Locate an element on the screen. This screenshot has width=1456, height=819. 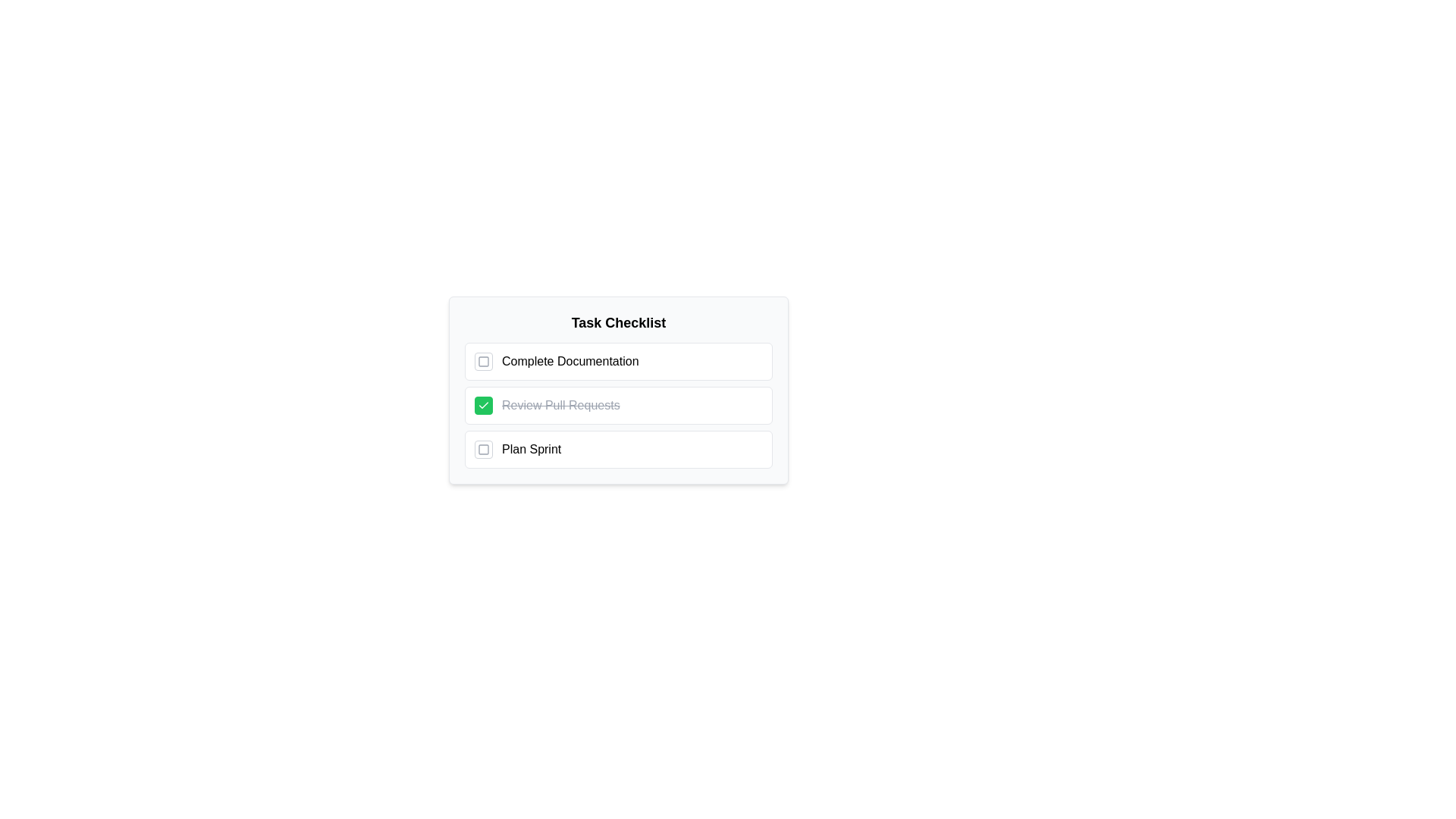
the inner rectangle of the SVG element that visually indicates the state for the 'Plan Sprint' item in the checklist is located at coordinates (483, 449).